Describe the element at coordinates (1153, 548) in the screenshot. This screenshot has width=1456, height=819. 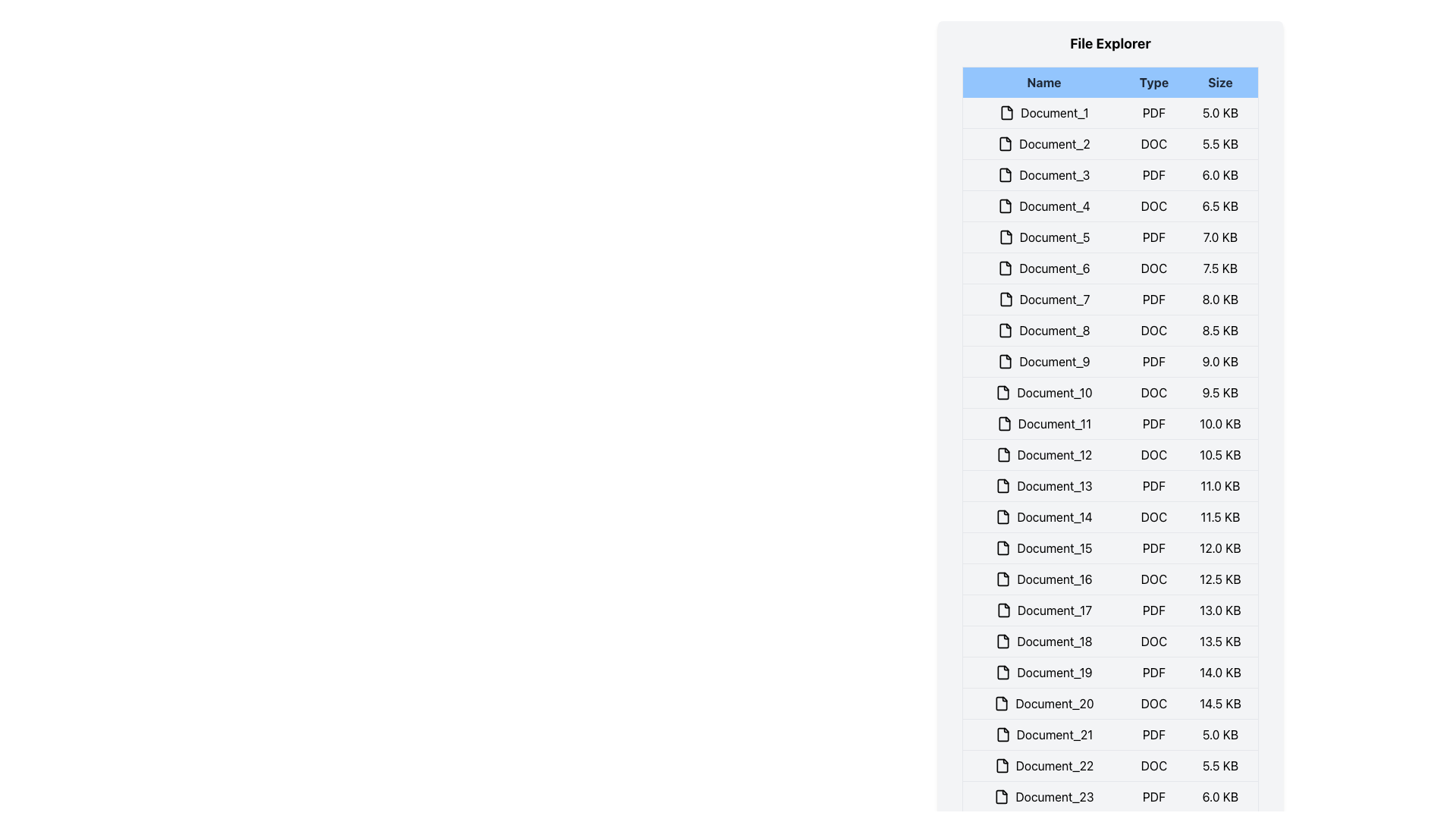
I see `the 'PDF' text label in the 'Type' column of the file explorer` at that location.